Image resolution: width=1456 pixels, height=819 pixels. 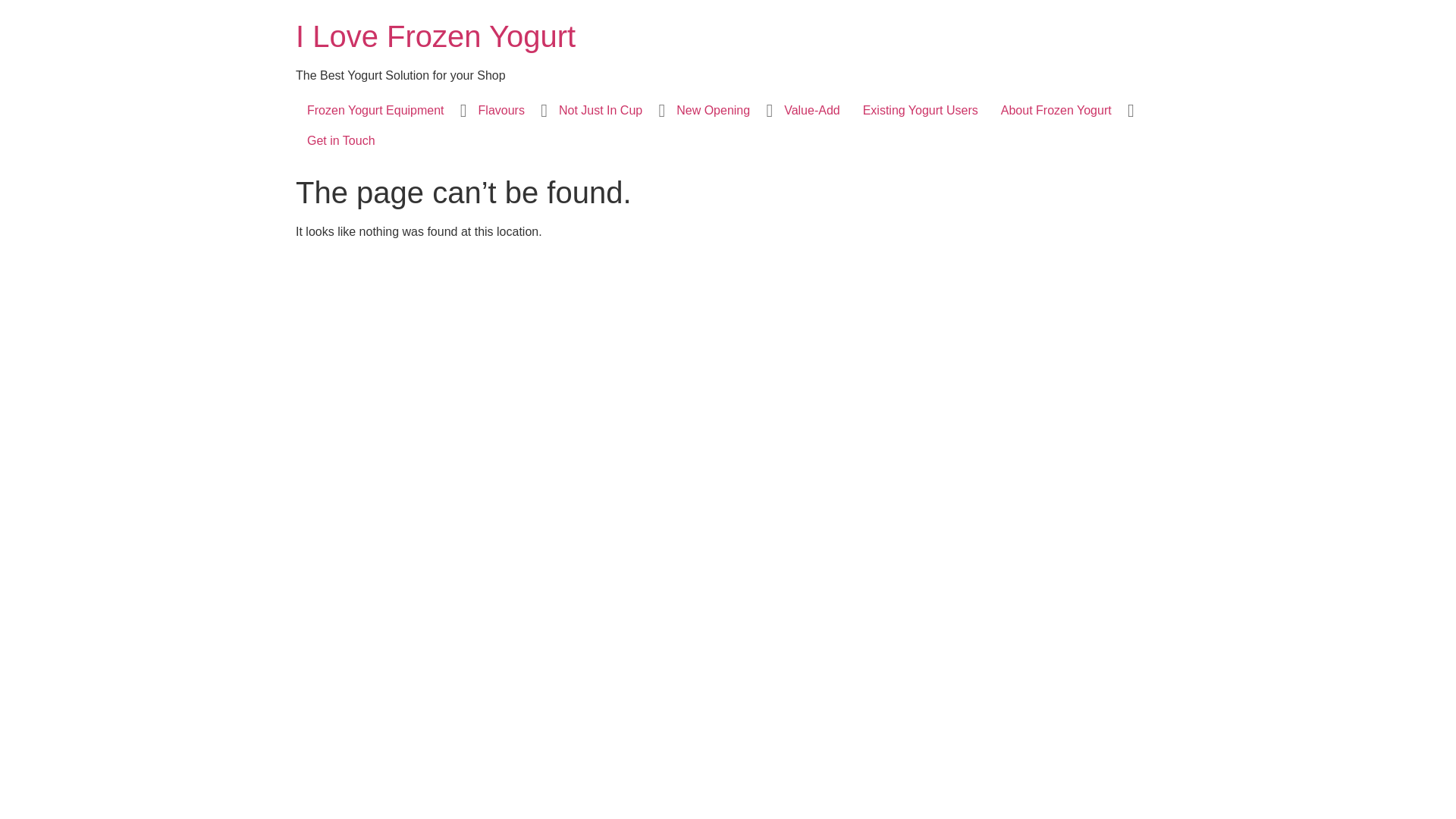 I want to click on 'Existing Yogurt Users', so click(x=852, y=110).